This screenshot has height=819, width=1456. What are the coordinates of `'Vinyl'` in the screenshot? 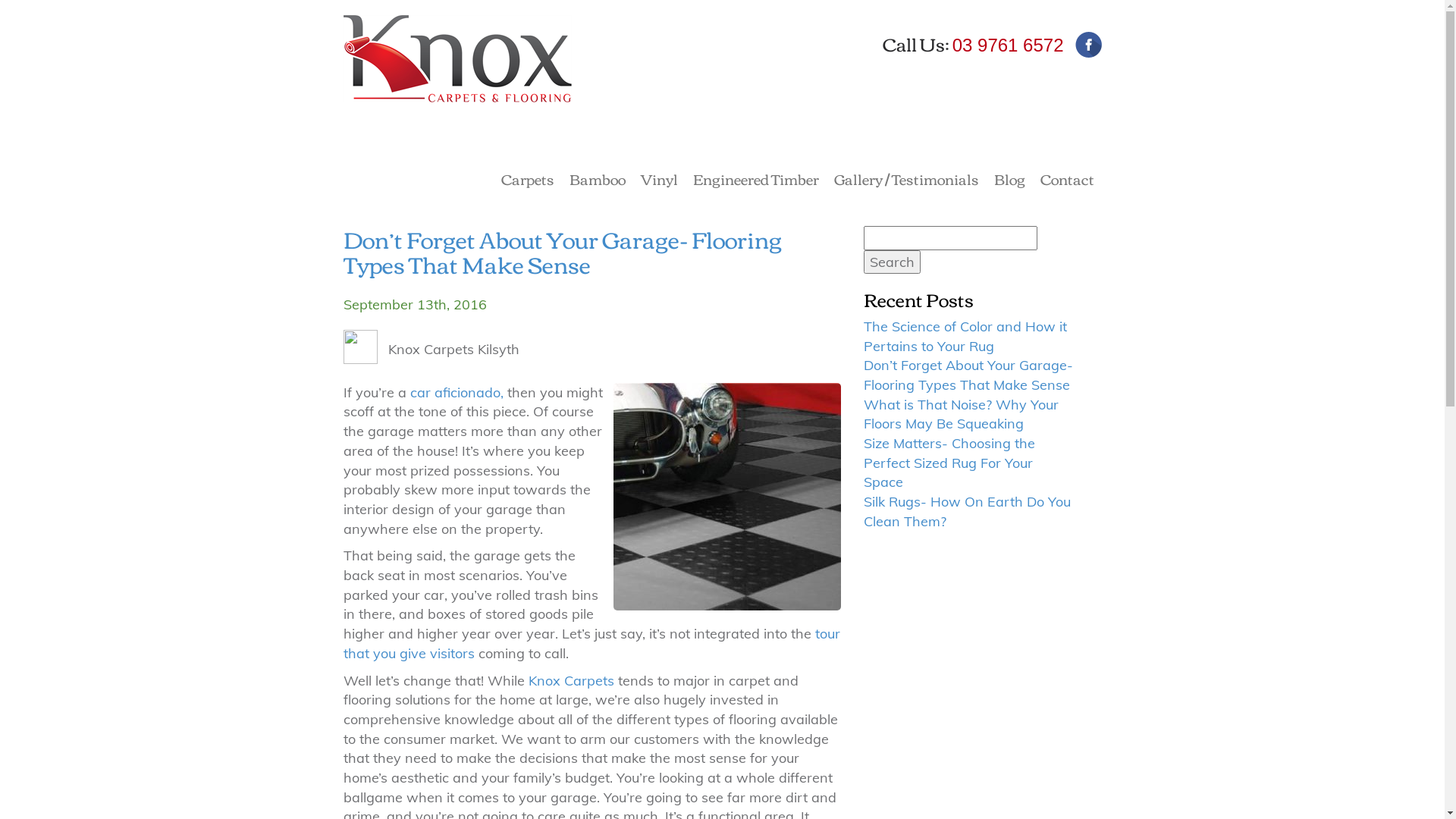 It's located at (632, 180).